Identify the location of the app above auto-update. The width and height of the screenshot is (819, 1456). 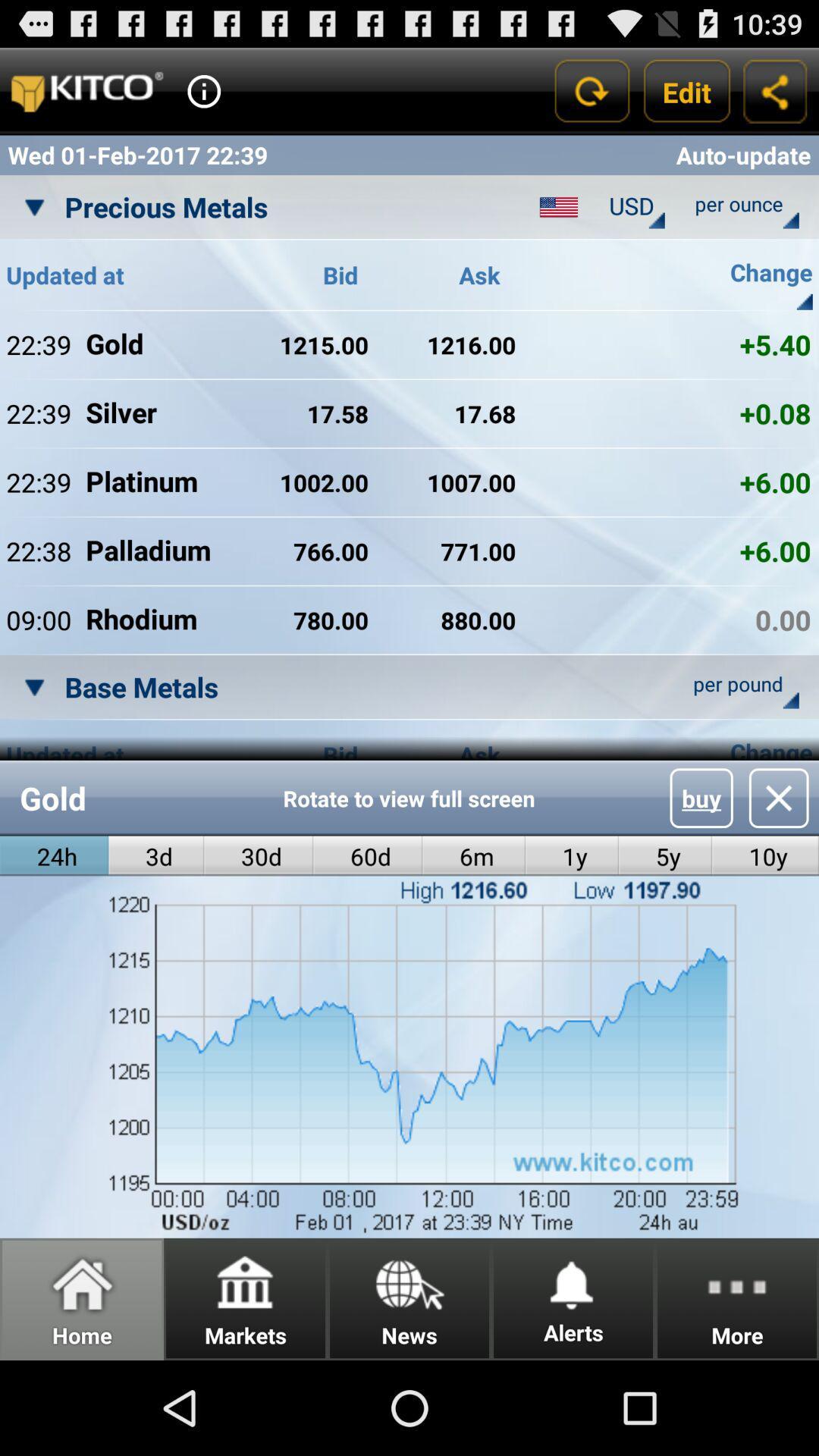
(687, 90).